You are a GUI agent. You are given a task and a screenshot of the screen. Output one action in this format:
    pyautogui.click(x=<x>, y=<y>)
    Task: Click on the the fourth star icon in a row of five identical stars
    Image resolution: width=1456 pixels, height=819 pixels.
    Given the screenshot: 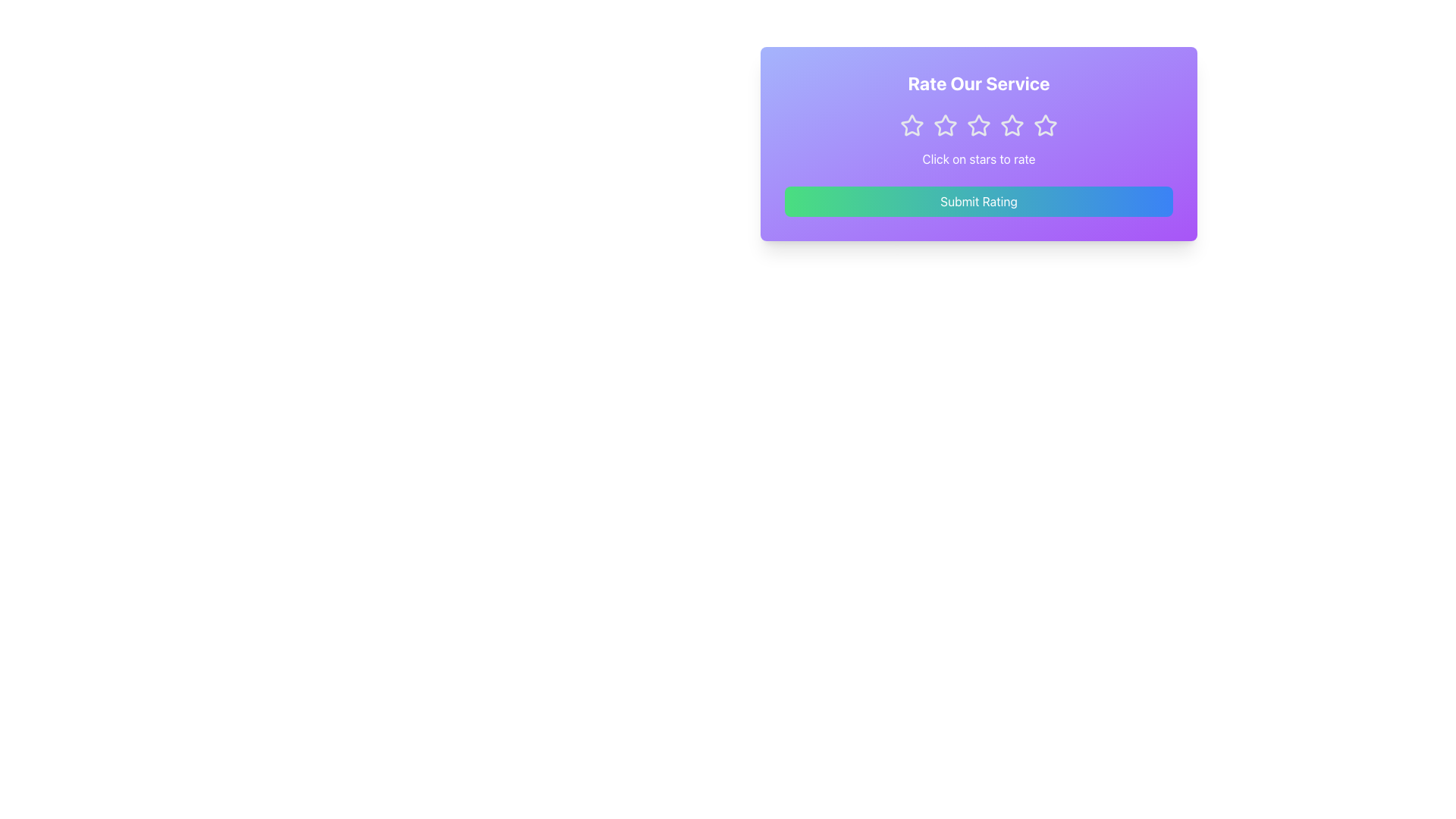 What is the action you would take?
    pyautogui.click(x=1012, y=124)
    